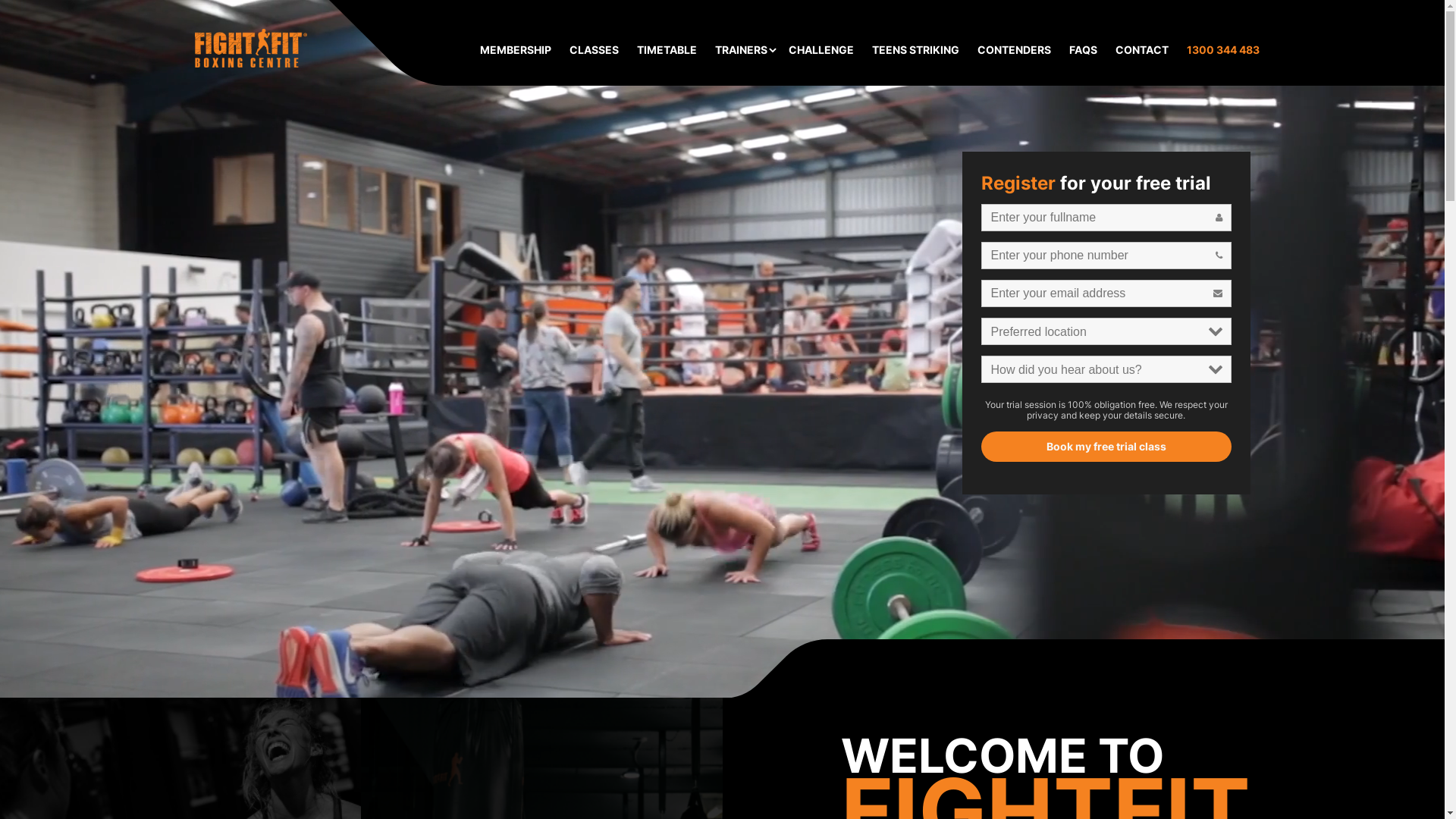 The height and width of the screenshot is (819, 1456). What do you see at coordinates (567, 49) in the screenshot?
I see `'CLASSES'` at bounding box center [567, 49].